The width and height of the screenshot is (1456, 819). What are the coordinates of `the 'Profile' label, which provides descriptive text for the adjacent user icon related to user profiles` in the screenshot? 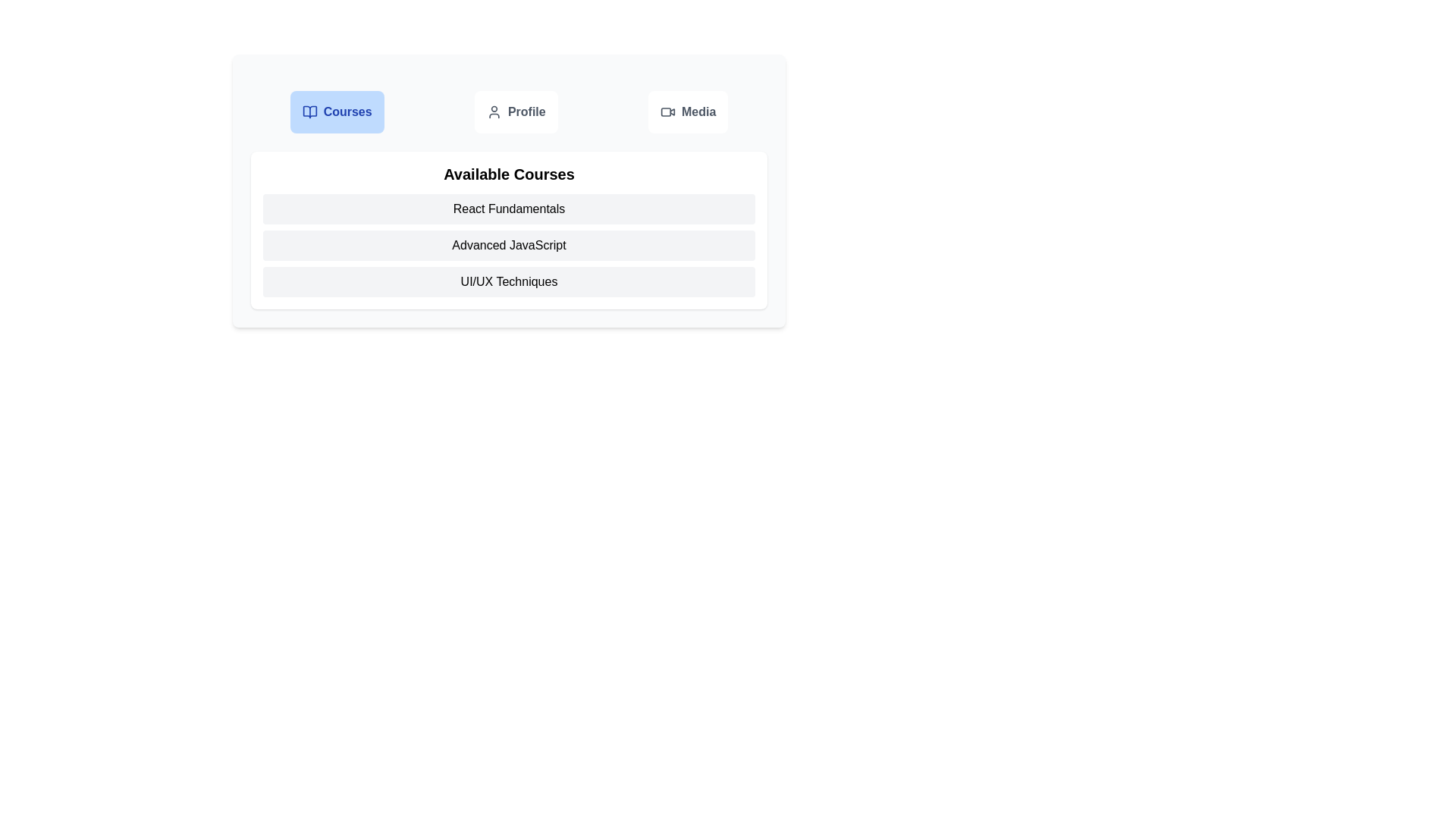 It's located at (526, 111).